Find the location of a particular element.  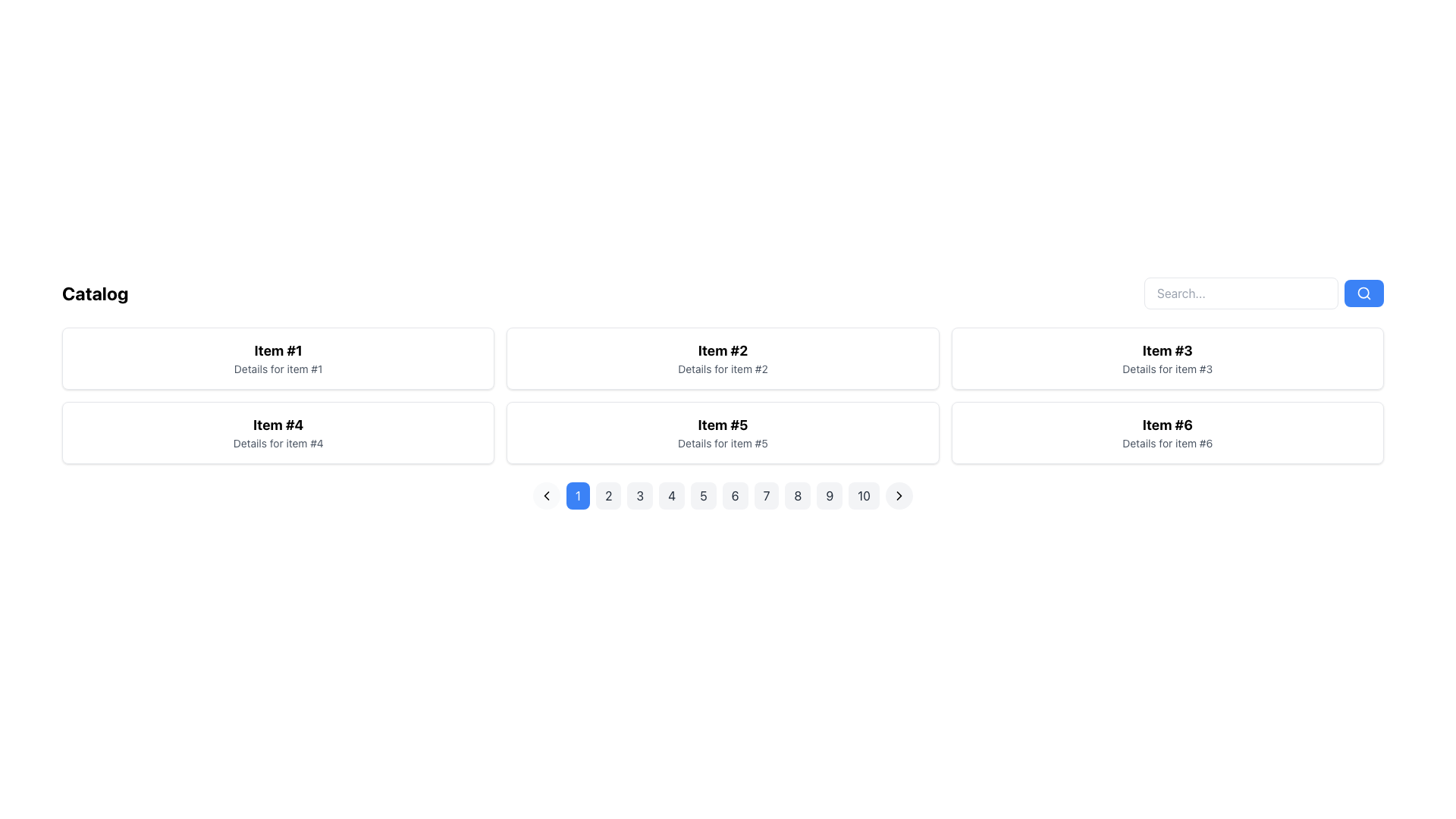

the blue search icon that is styled as a circular outline with a diagonal line, located at the top center-right of the layout next to the search bar for visual feedback is located at coordinates (1364, 293).